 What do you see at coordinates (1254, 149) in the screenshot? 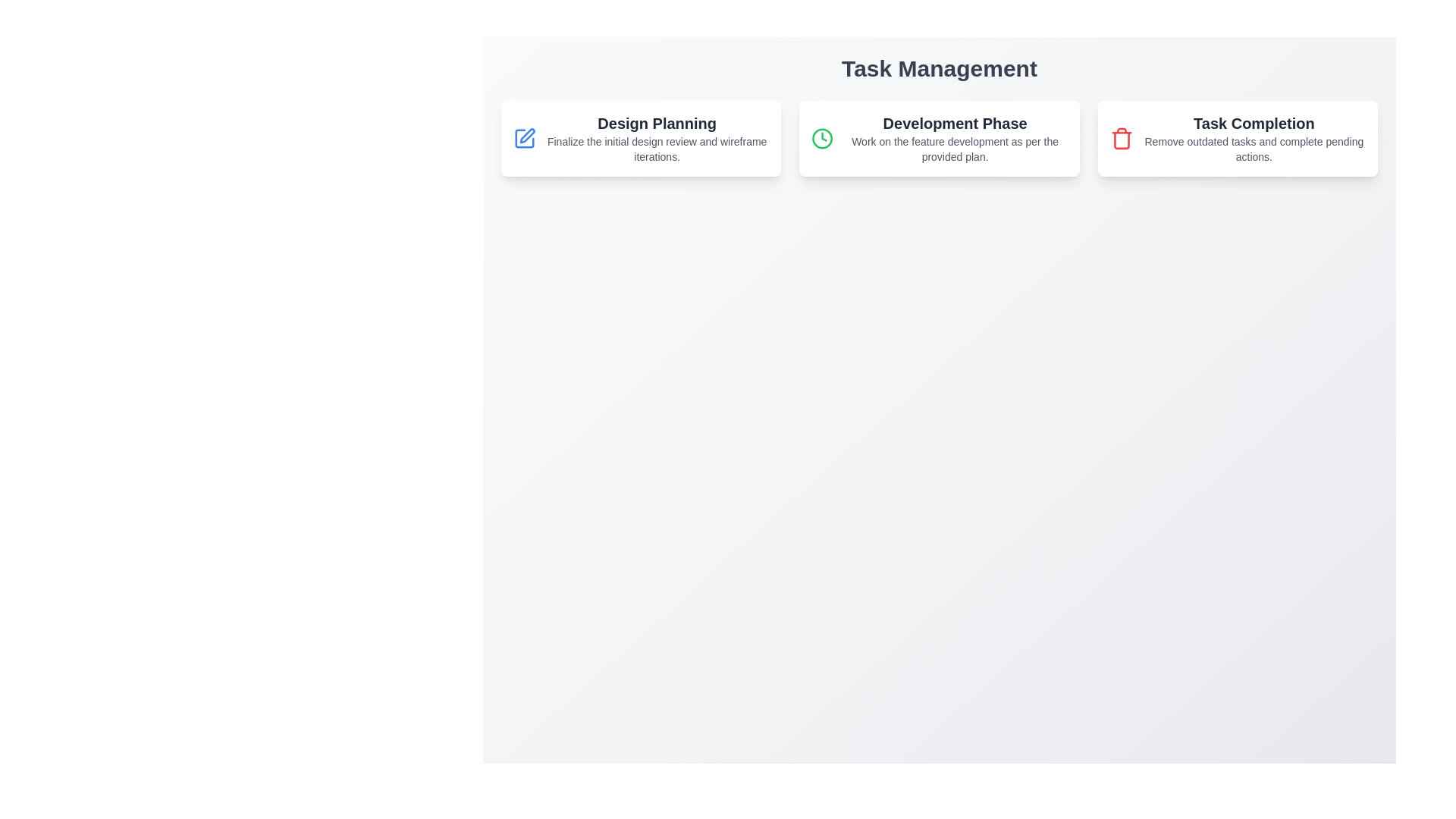
I see `the text block displaying 'Remove outdated tasks and complete pending actions.' which is located in the 'Task Completion' section, directly below its heading` at bounding box center [1254, 149].